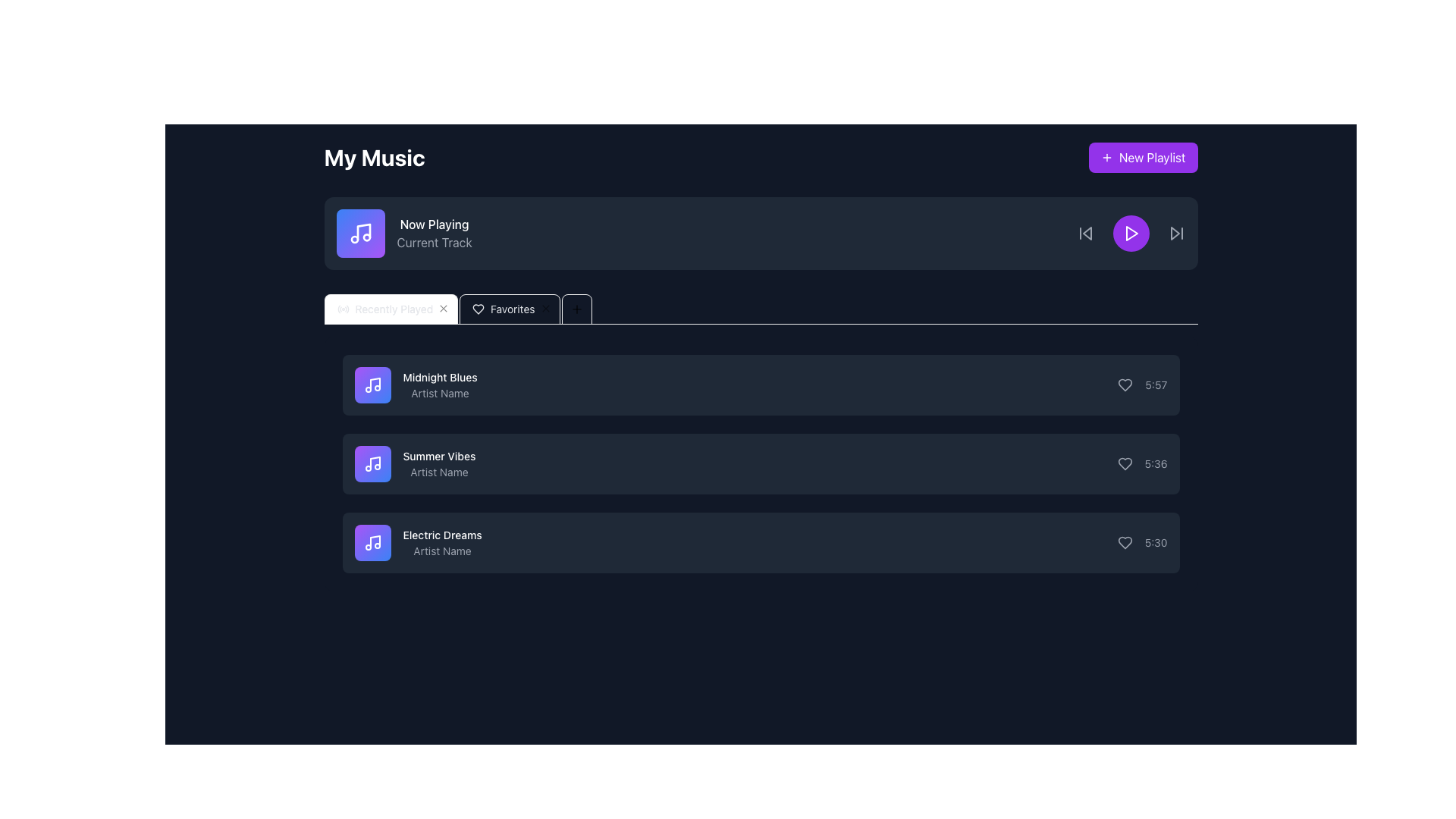 The width and height of the screenshot is (1456, 819). What do you see at coordinates (1174, 234) in the screenshot?
I see `the triangular play icon, which is styled as a forward arrow and is located inside a rectangular button area` at bounding box center [1174, 234].